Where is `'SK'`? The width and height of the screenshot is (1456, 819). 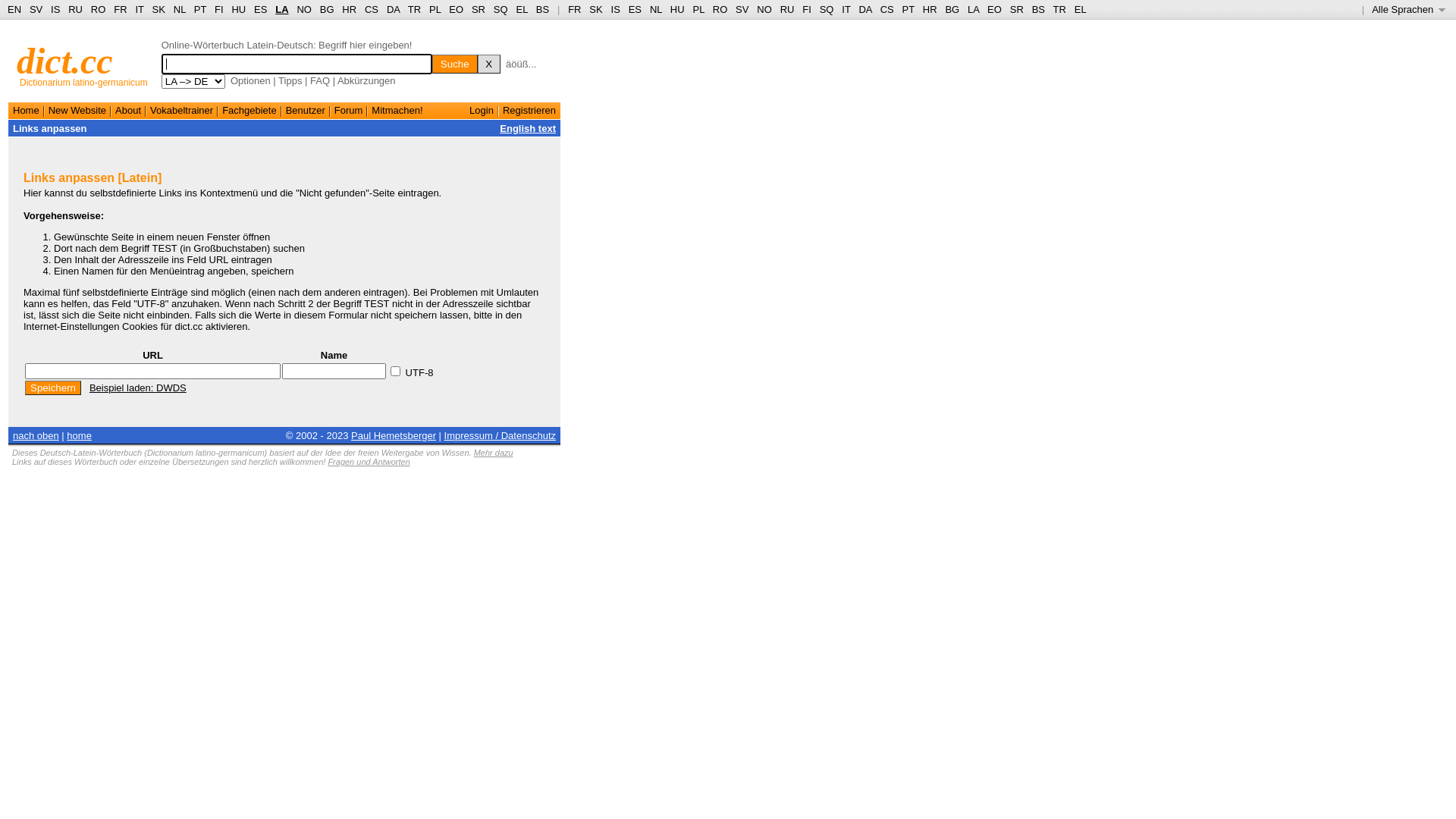 'SK' is located at coordinates (158, 9).